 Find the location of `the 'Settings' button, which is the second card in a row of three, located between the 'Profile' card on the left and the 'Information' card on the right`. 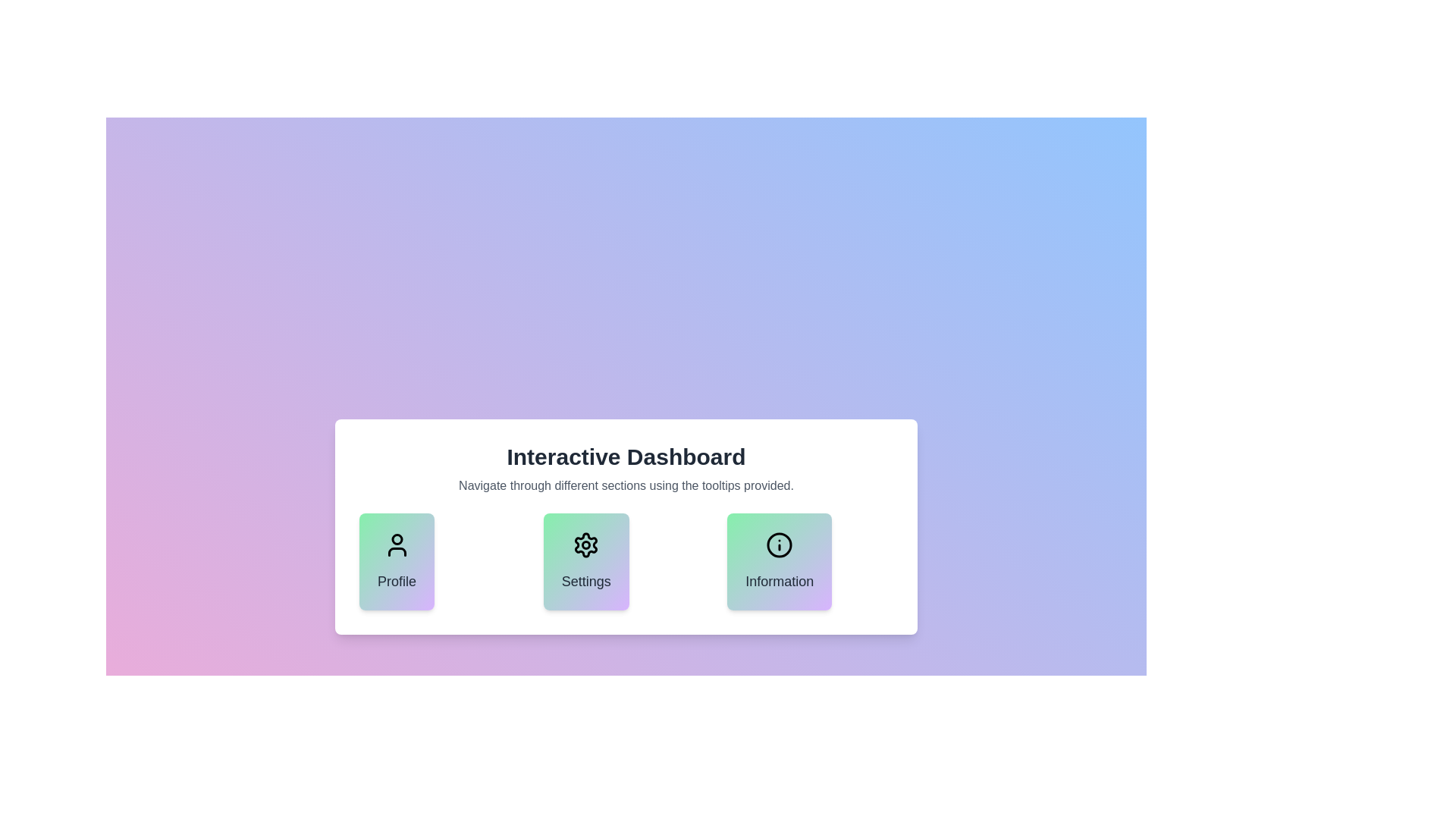

the 'Settings' button, which is the second card in a row of three, located between the 'Profile' card on the left and the 'Information' card on the right is located at coordinates (626, 561).